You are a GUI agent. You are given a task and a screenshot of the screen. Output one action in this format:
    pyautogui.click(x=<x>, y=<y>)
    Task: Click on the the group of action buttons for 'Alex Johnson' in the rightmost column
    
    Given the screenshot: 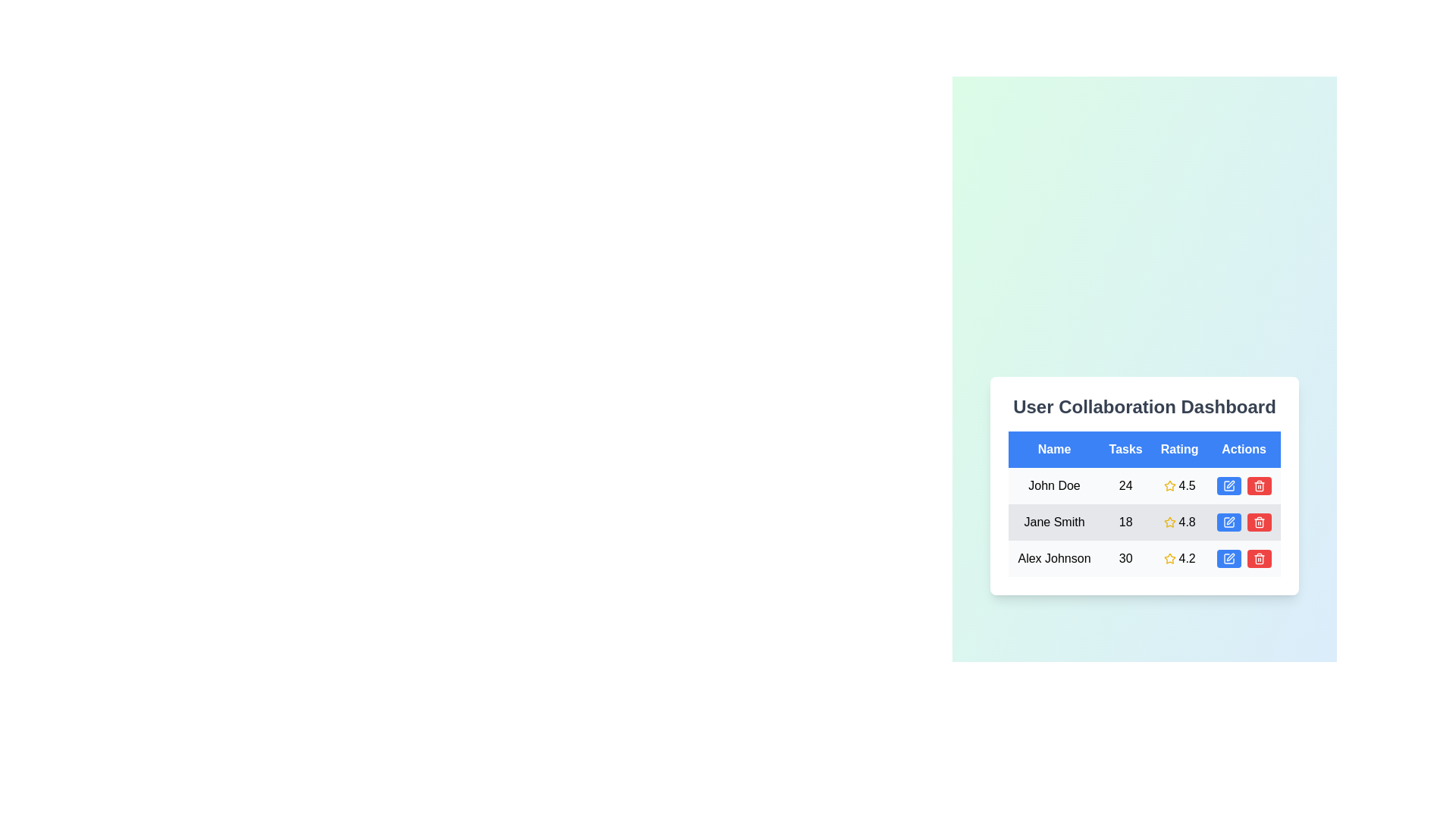 What is the action you would take?
    pyautogui.click(x=1244, y=558)
    